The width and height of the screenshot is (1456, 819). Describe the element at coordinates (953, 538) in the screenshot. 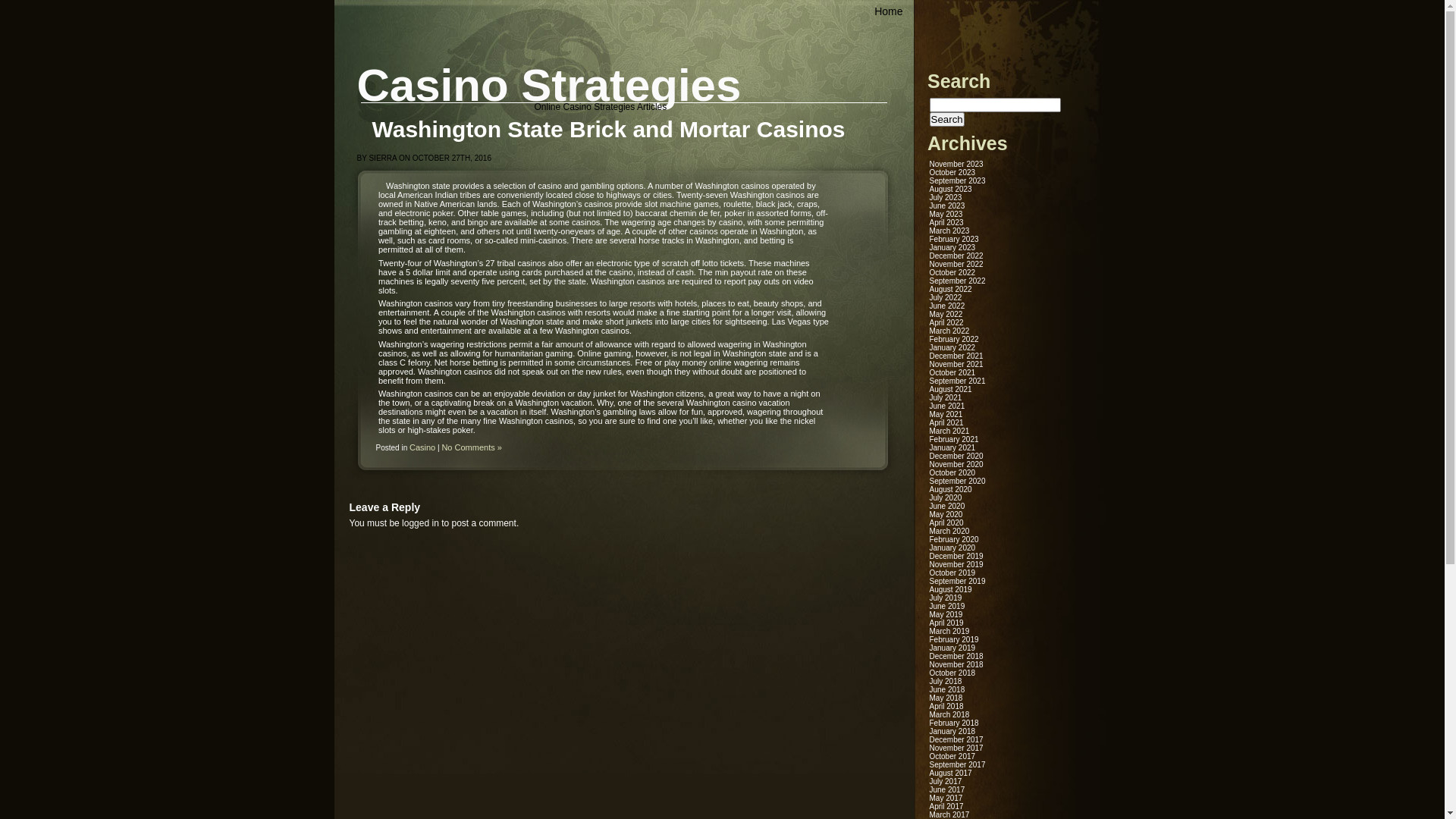

I see `'February 2020'` at that location.